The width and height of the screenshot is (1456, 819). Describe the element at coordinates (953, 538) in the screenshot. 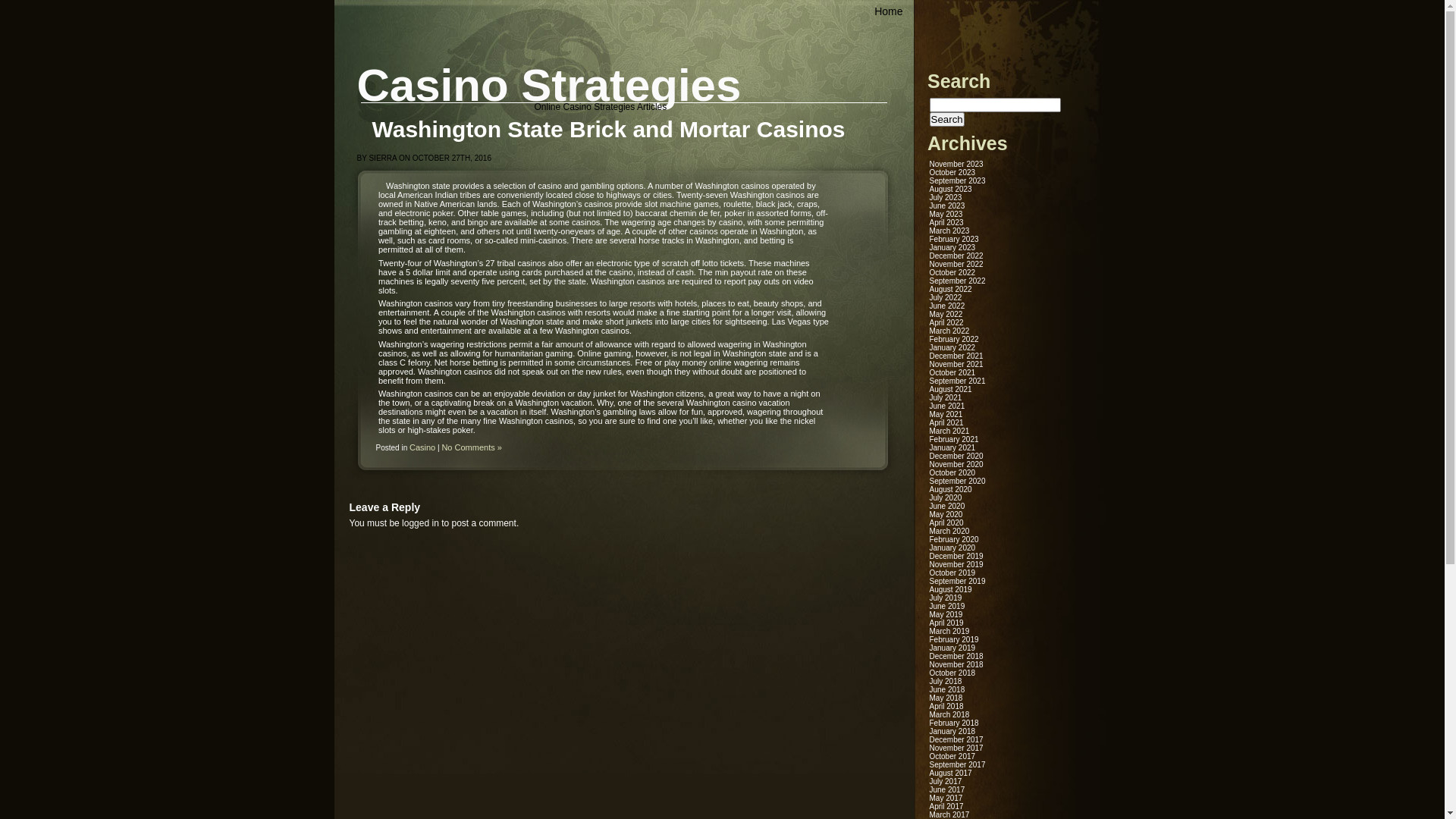

I see `'February 2020'` at that location.